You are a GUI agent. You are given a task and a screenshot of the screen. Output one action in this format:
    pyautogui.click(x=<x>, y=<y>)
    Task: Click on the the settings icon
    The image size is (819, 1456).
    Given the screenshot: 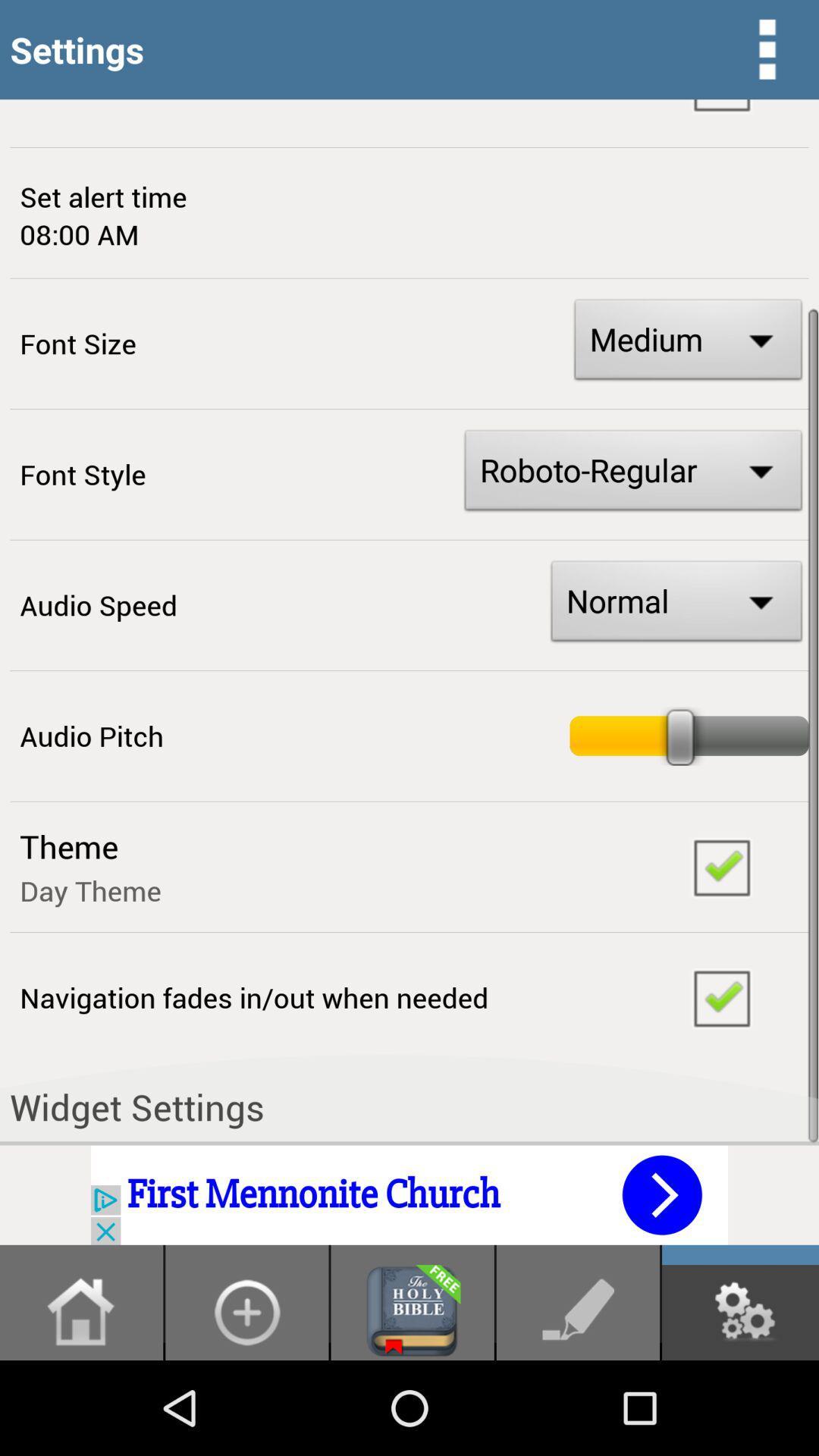 What is the action you would take?
    pyautogui.click(x=739, y=1404)
    